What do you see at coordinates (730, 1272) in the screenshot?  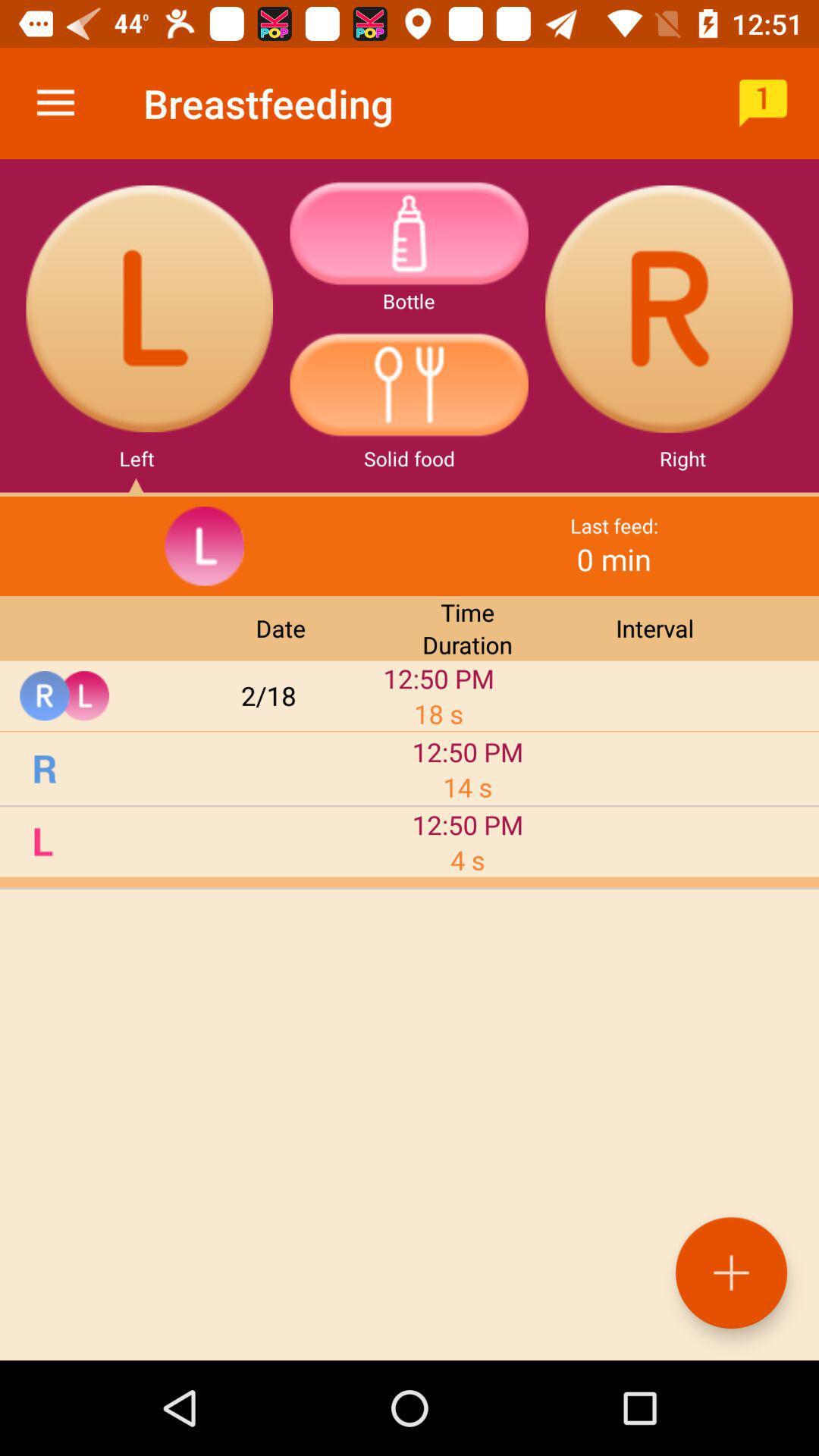 I see `the add icon` at bounding box center [730, 1272].